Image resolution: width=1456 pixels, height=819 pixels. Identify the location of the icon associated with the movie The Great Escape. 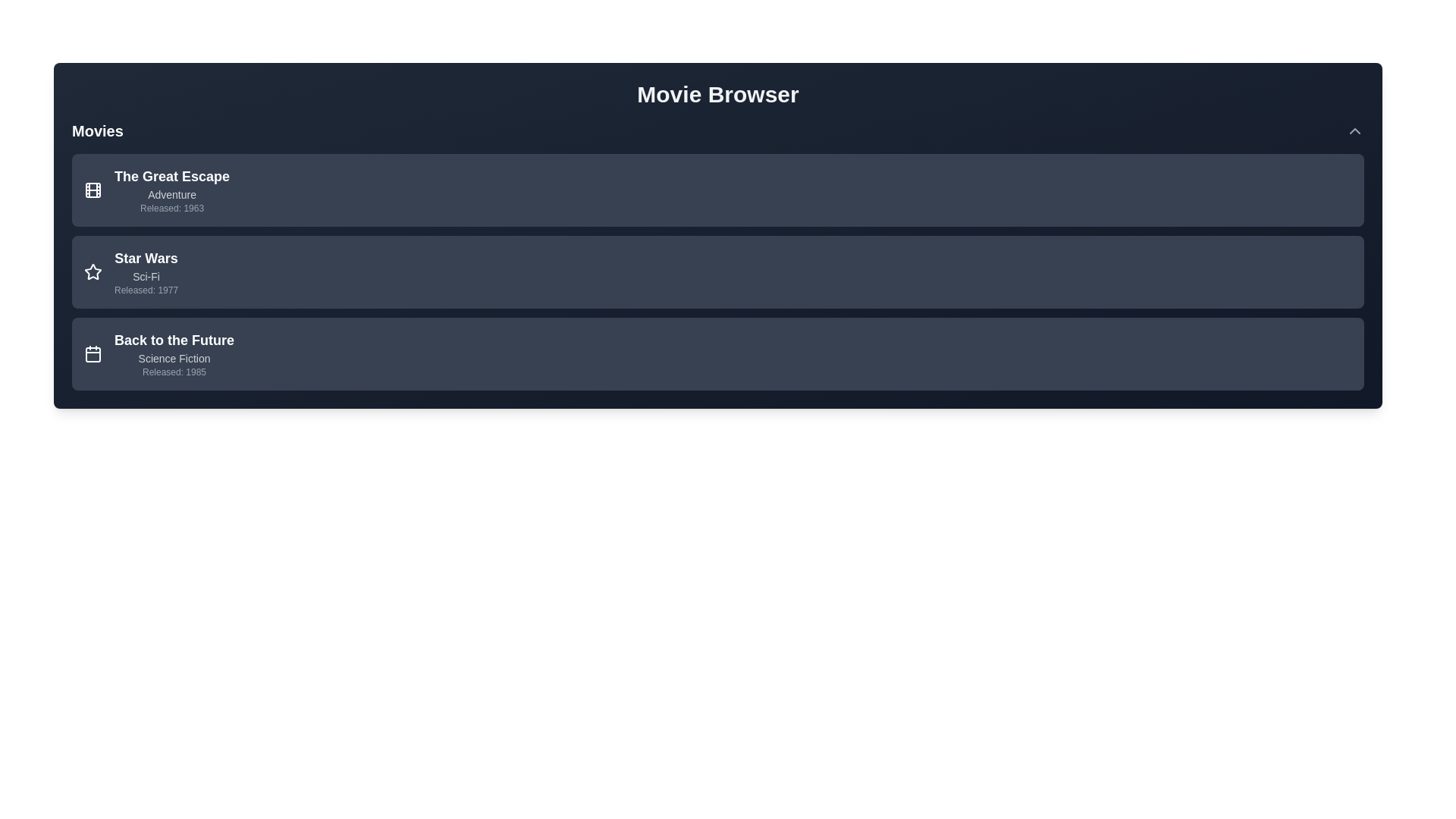
(93, 189).